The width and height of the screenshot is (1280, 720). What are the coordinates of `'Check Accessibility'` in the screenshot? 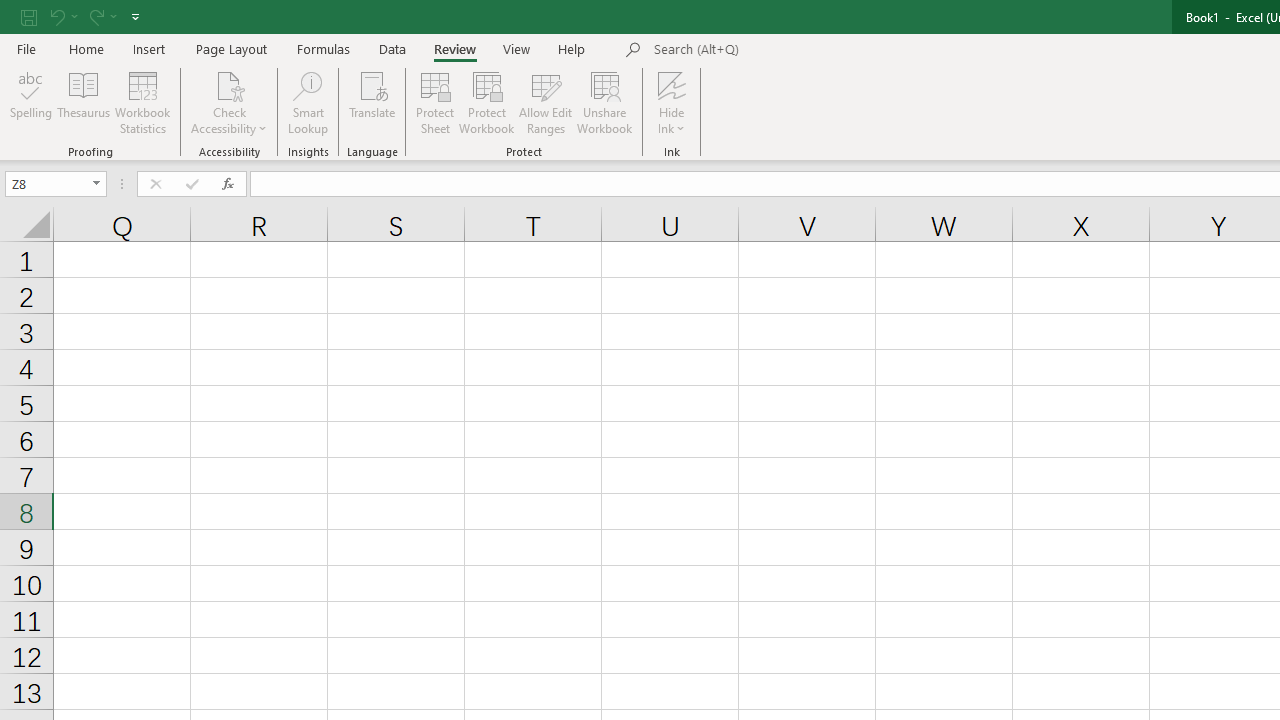 It's located at (229, 103).